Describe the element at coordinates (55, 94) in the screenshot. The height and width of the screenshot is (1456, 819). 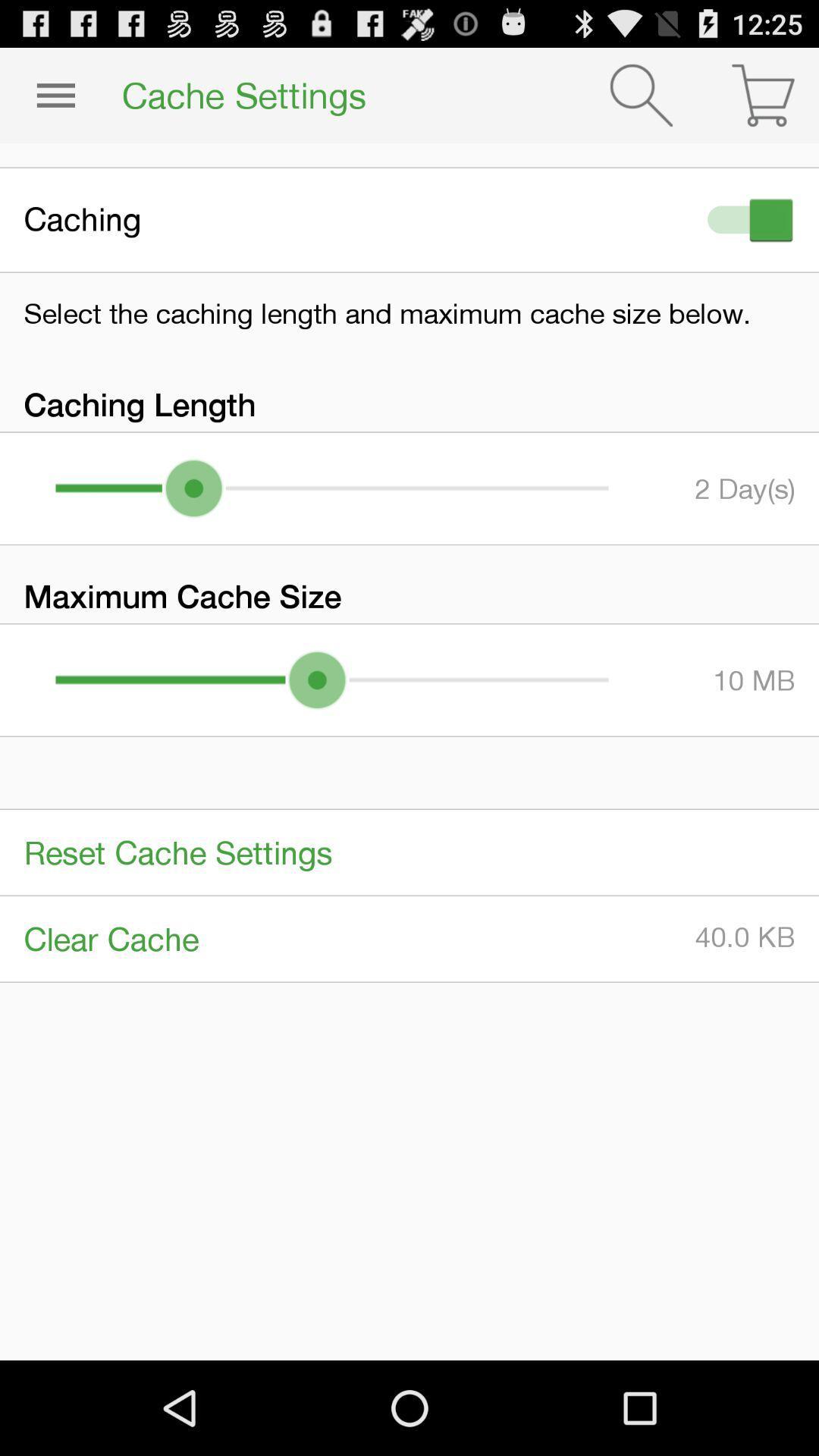
I see `menu` at that location.